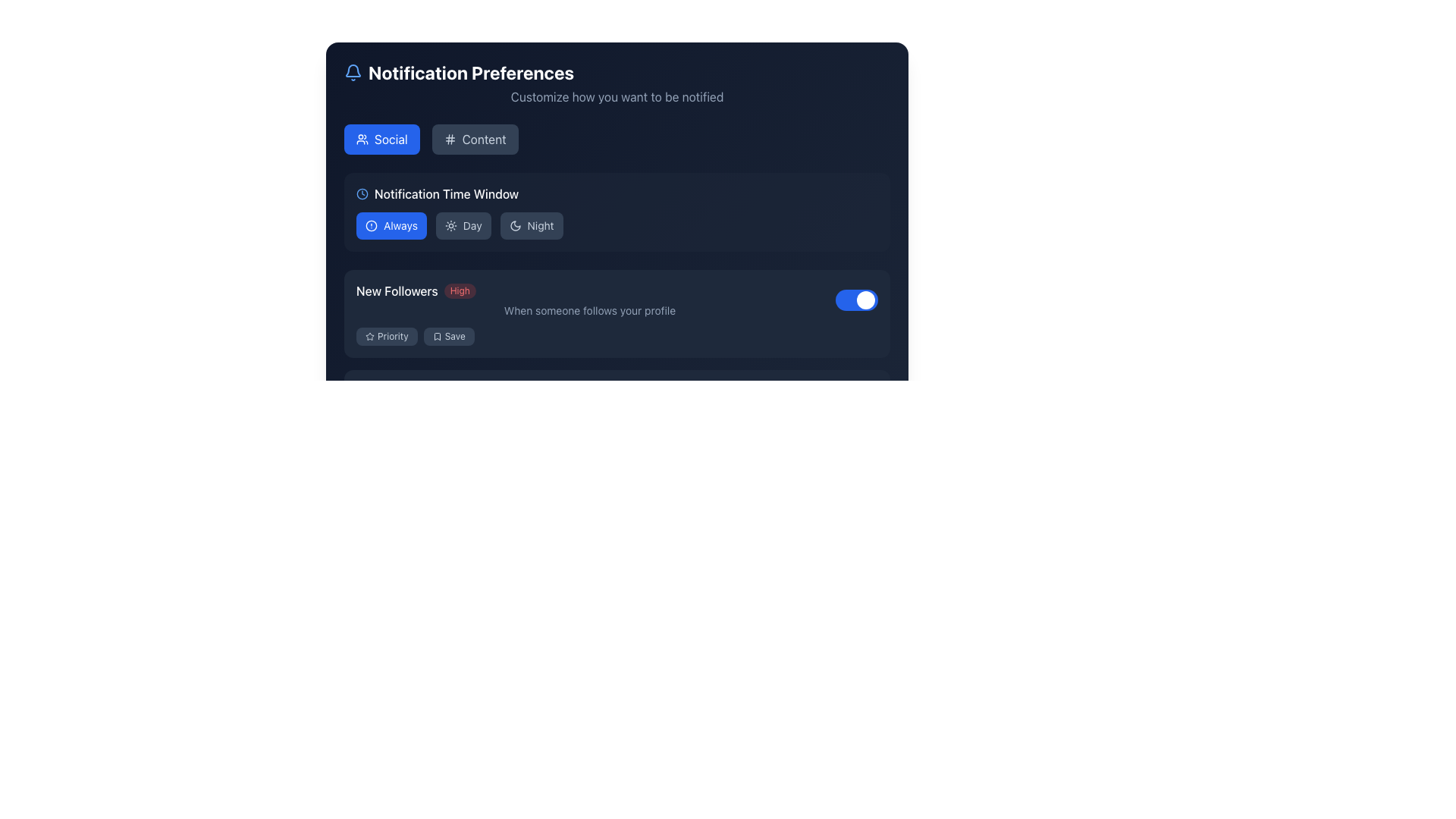 This screenshot has height=819, width=1456. Describe the element at coordinates (588, 300) in the screenshot. I see `the notification description for 'New Followers', which explains its importance and is located under the 'Notification Time Window' section in the 'Notification Preferences' interface` at that location.